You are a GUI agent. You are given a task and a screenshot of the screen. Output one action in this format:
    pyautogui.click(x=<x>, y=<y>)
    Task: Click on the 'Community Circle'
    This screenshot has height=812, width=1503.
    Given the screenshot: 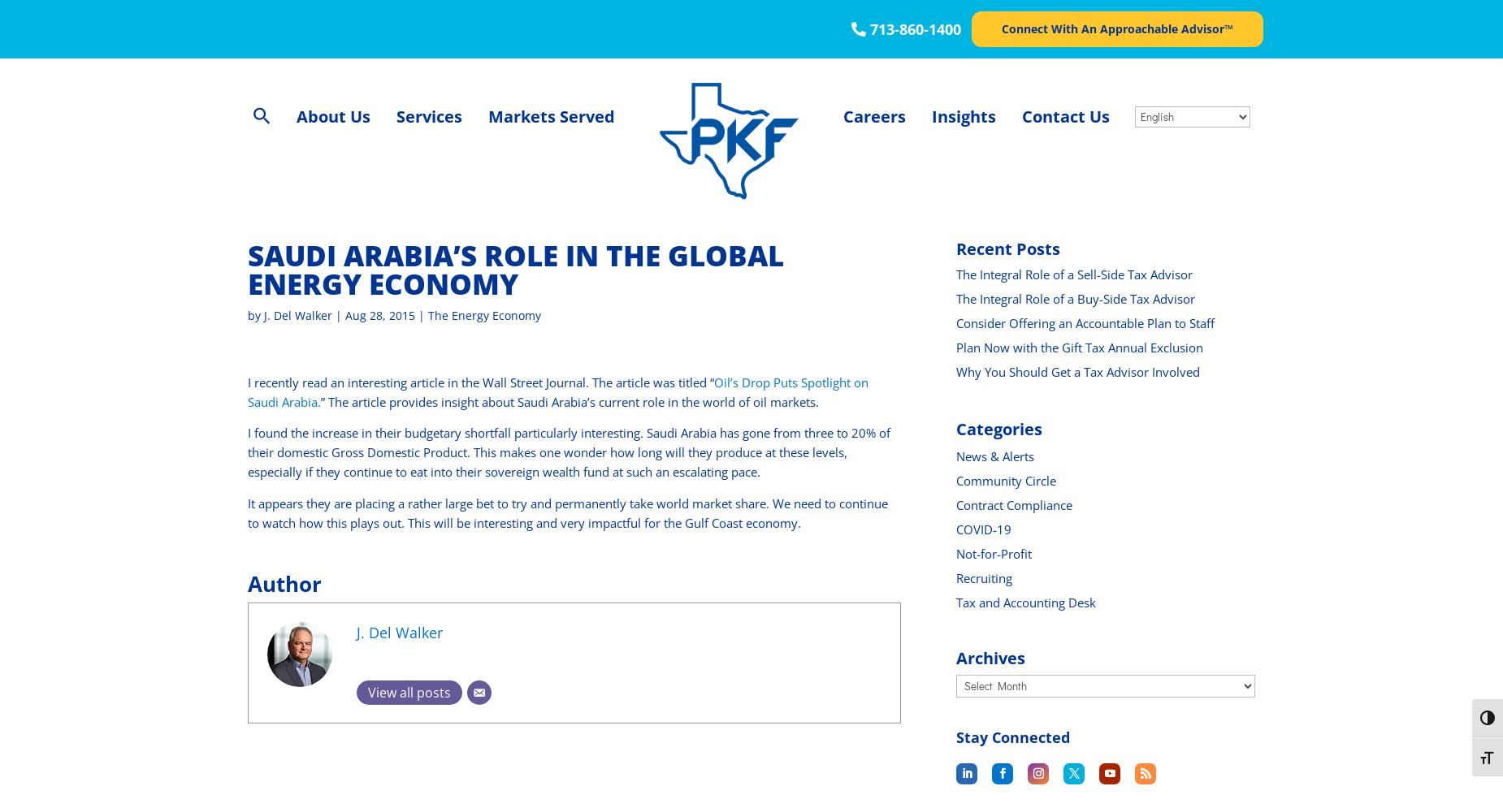 What is the action you would take?
    pyautogui.click(x=1005, y=479)
    